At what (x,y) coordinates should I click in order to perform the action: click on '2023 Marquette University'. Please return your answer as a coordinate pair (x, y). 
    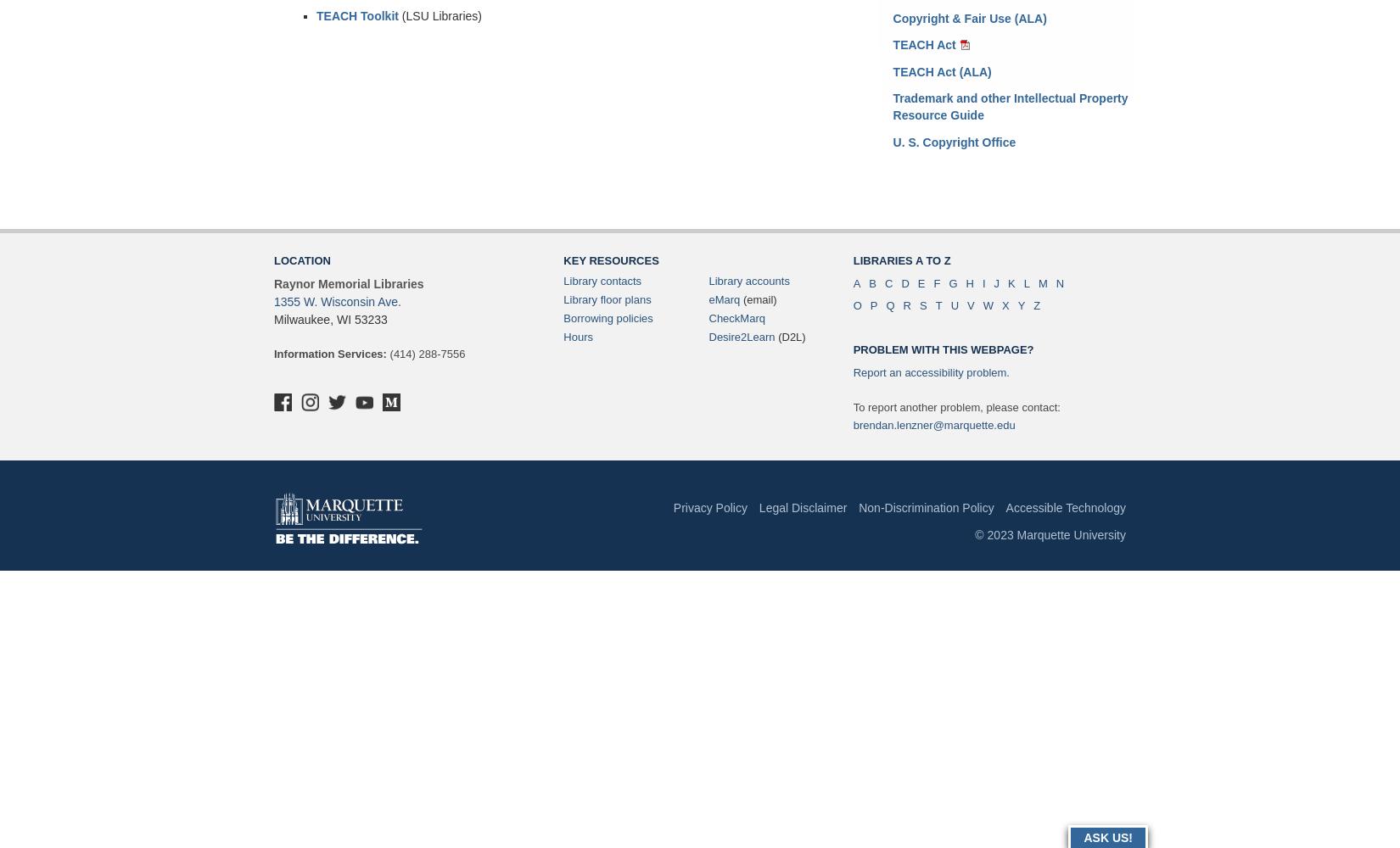
    Looking at the image, I should click on (1053, 535).